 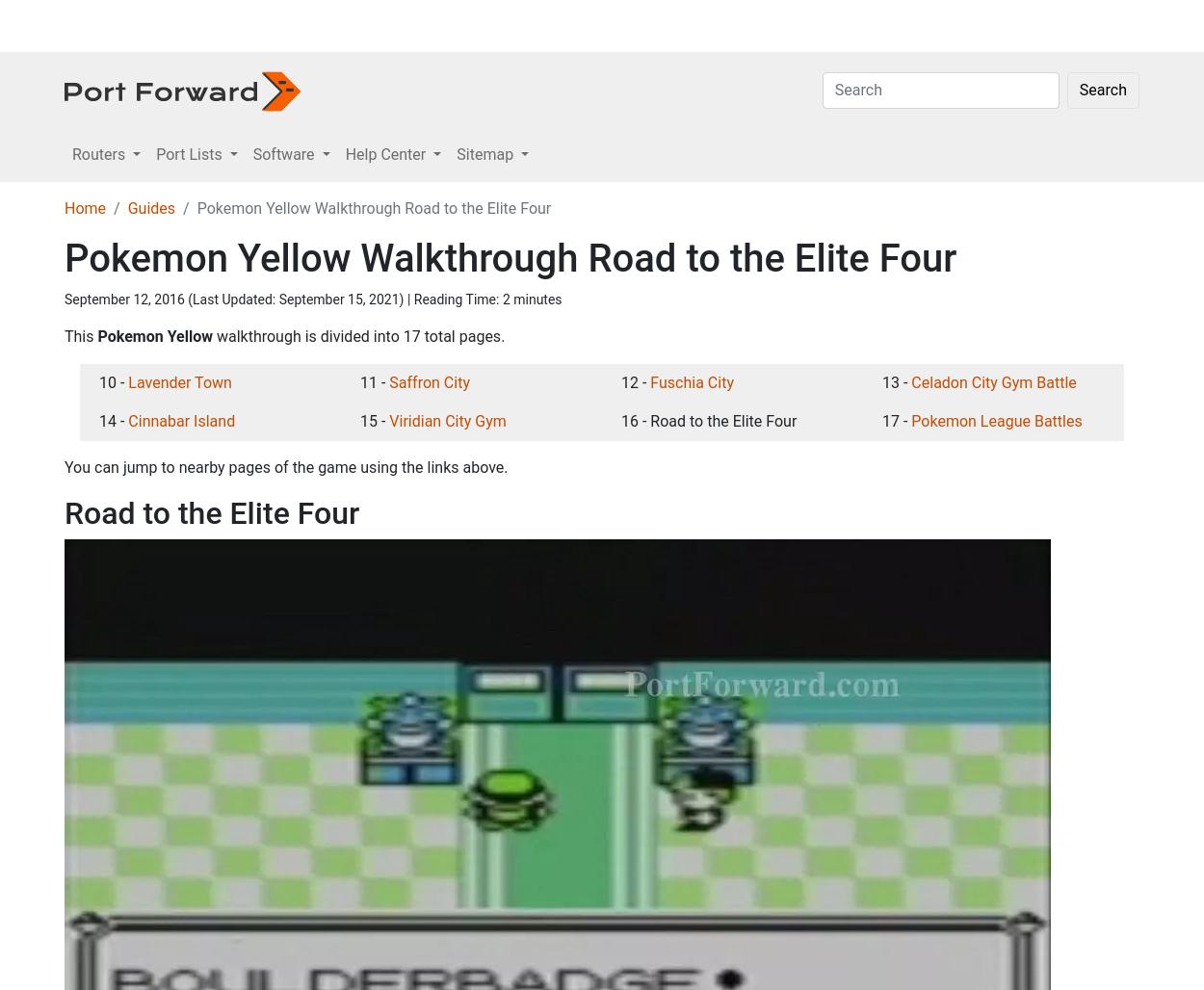 What do you see at coordinates (356, 739) in the screenshot?
I see `'walkthrough is divided into 17 total pages.'` at bounding box center [356, 739].